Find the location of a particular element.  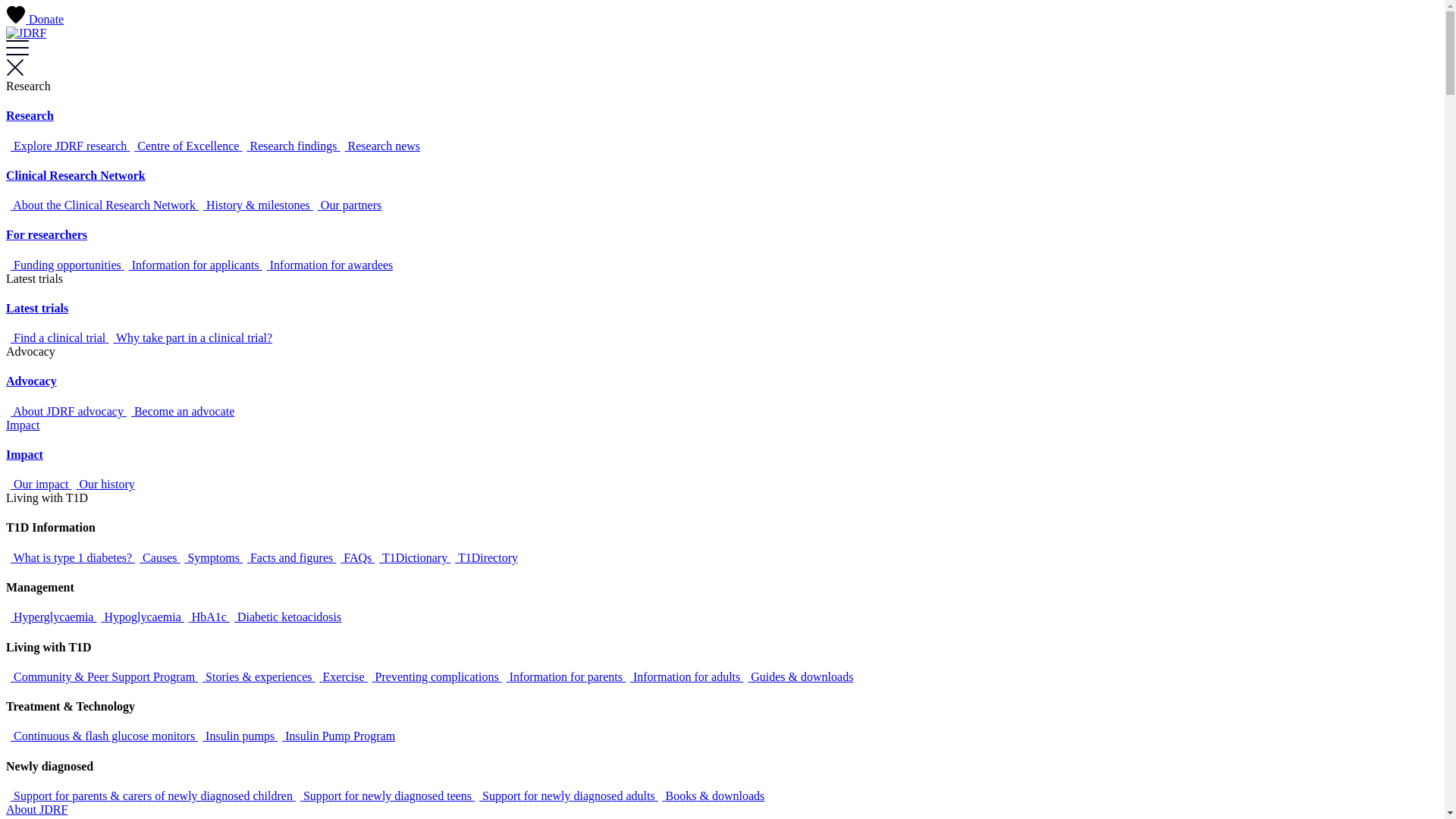

'Facts and figures' is located at coordinates (289, 557).